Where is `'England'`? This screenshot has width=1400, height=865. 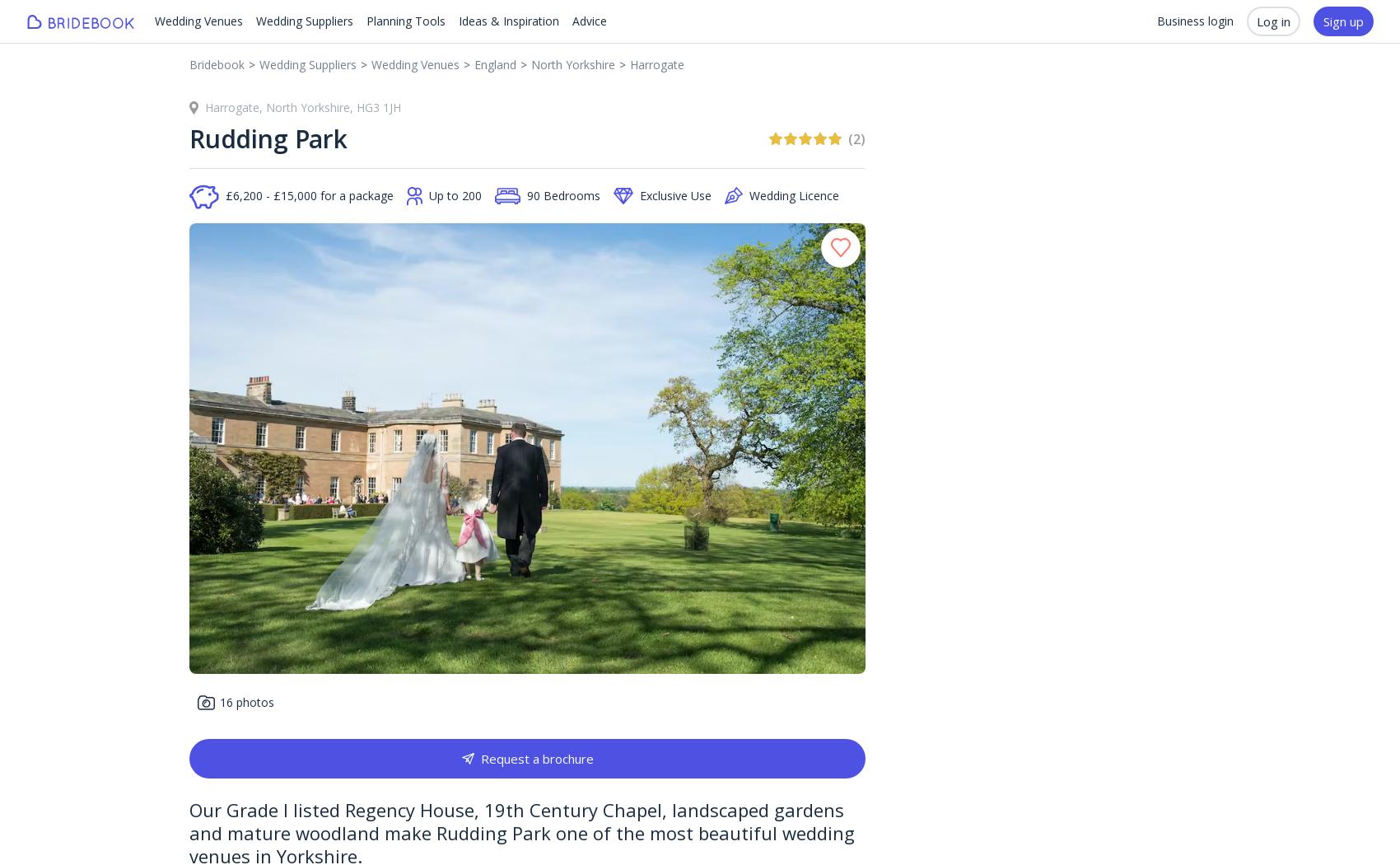
'England' is located at coordinates (494, 64).